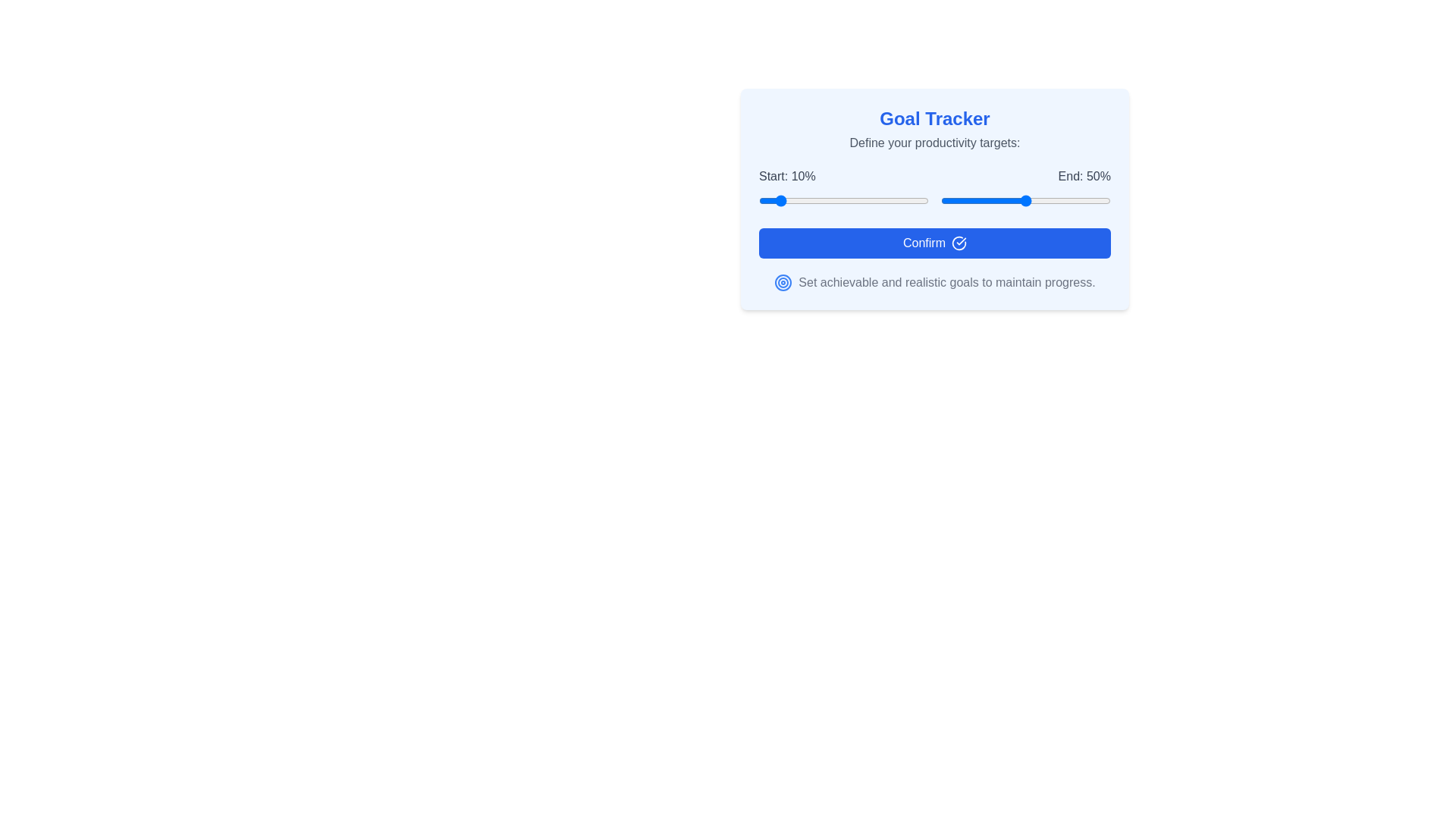 The image size is (1456, 819). What do you see at coordinates (787, 175) in the screenshot?
I see `the 'Start: 10%' text label, which is a gray colored label located on the left side of the slider interface` at bounding box center [787, 175].